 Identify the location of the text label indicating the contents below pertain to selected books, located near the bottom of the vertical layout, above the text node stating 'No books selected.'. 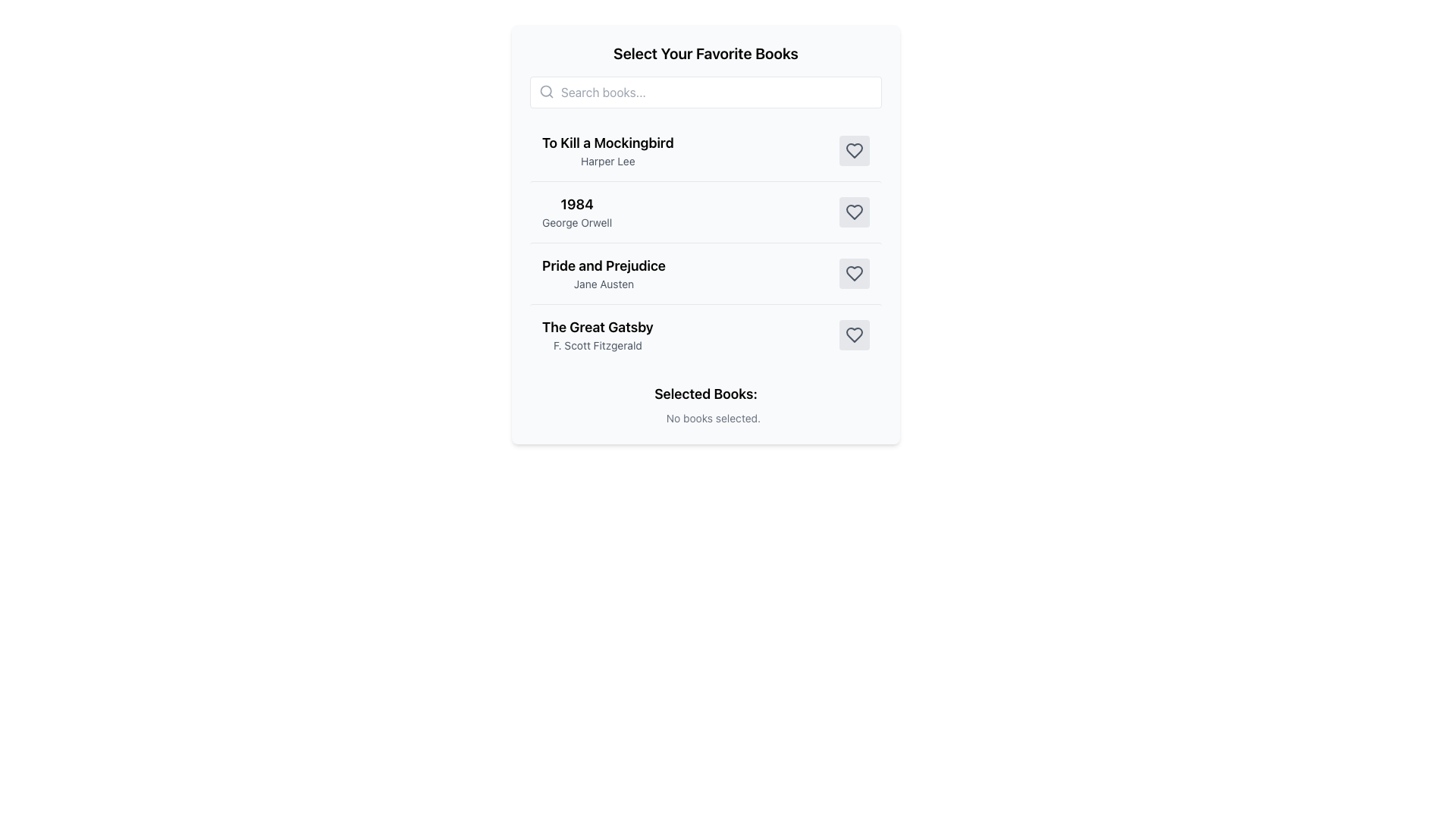
(705, 394).